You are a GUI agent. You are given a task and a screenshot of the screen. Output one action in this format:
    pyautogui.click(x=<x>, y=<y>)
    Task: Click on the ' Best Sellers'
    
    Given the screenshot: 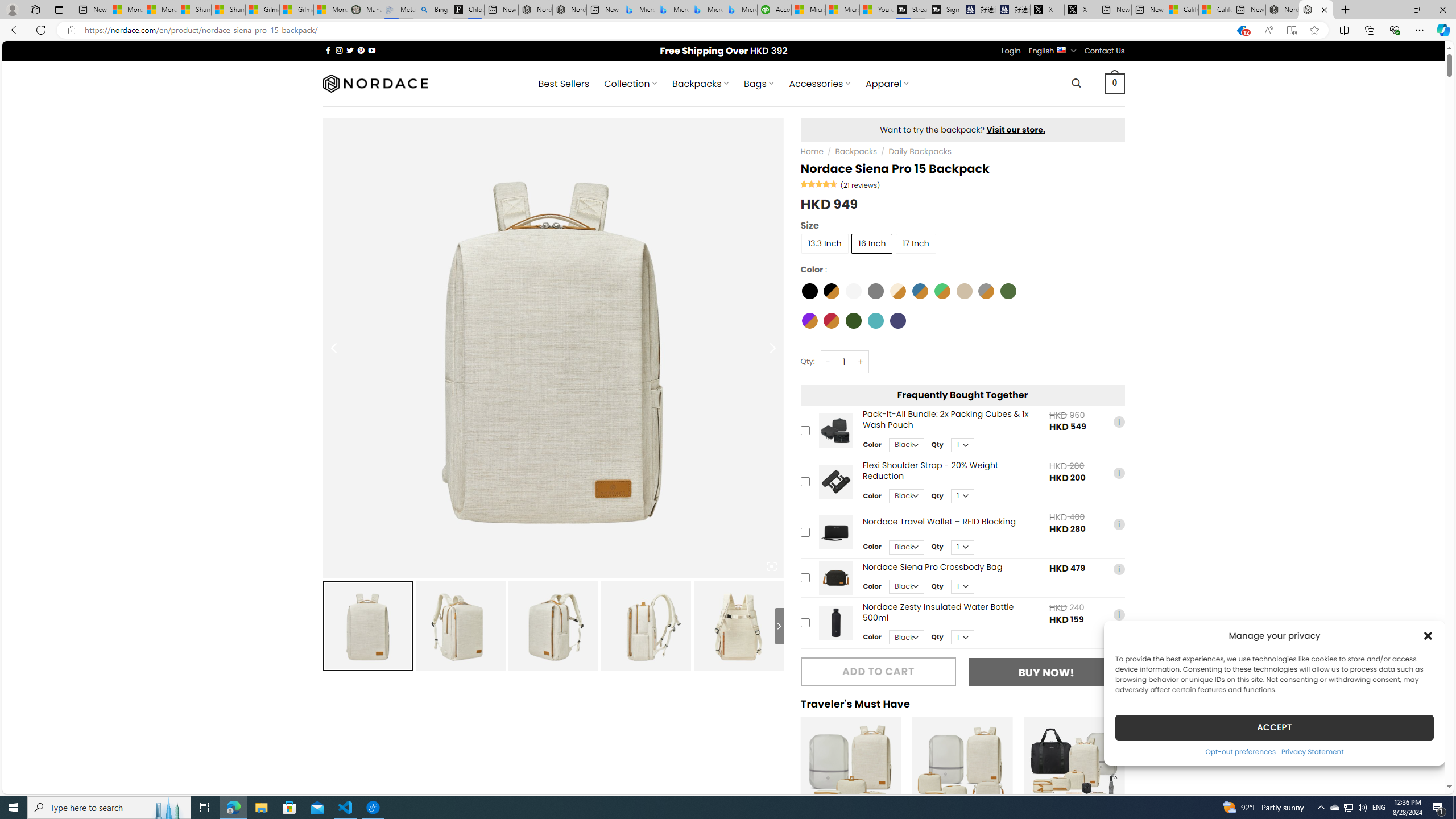 What is the action you would take?
    pyautogui.click(x=564, y=83)
    